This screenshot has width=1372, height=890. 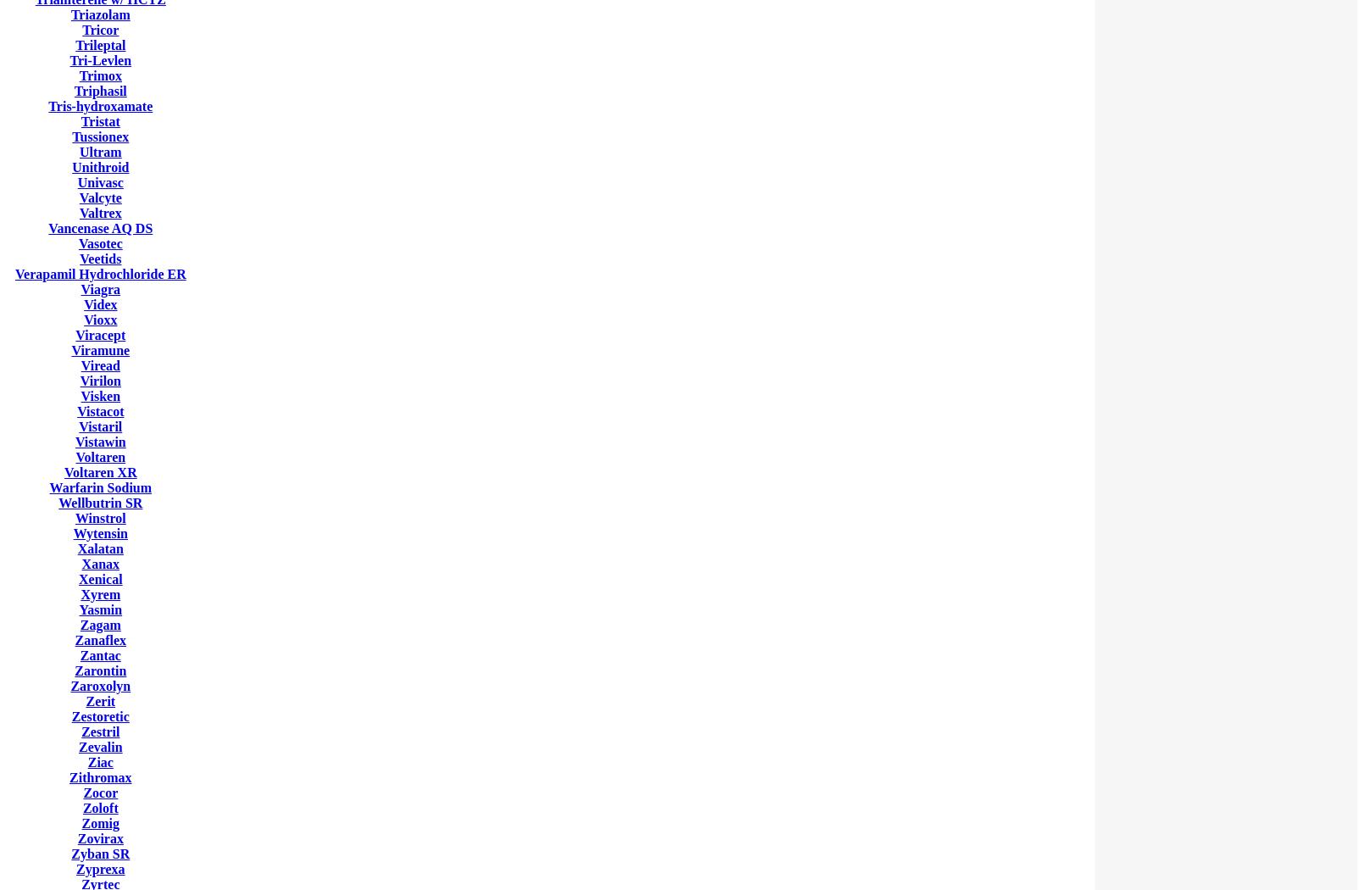 What do you see at coordinates (100, 320) in the screenshot?
I see `'Vioxx'` at bounding box center [100, 320].